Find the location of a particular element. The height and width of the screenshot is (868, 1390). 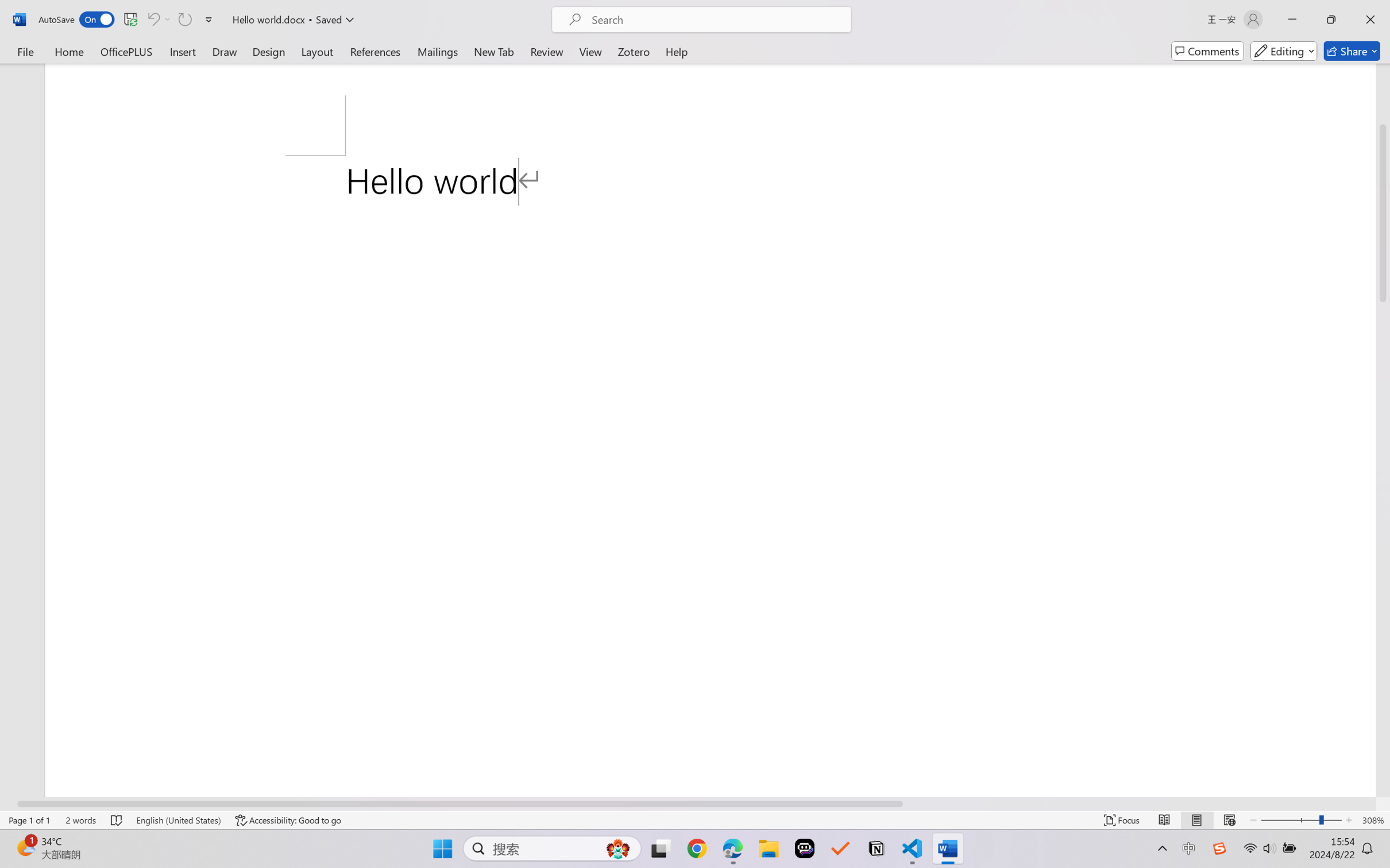

'Microsoft search' is located at coordinates (716, 19).